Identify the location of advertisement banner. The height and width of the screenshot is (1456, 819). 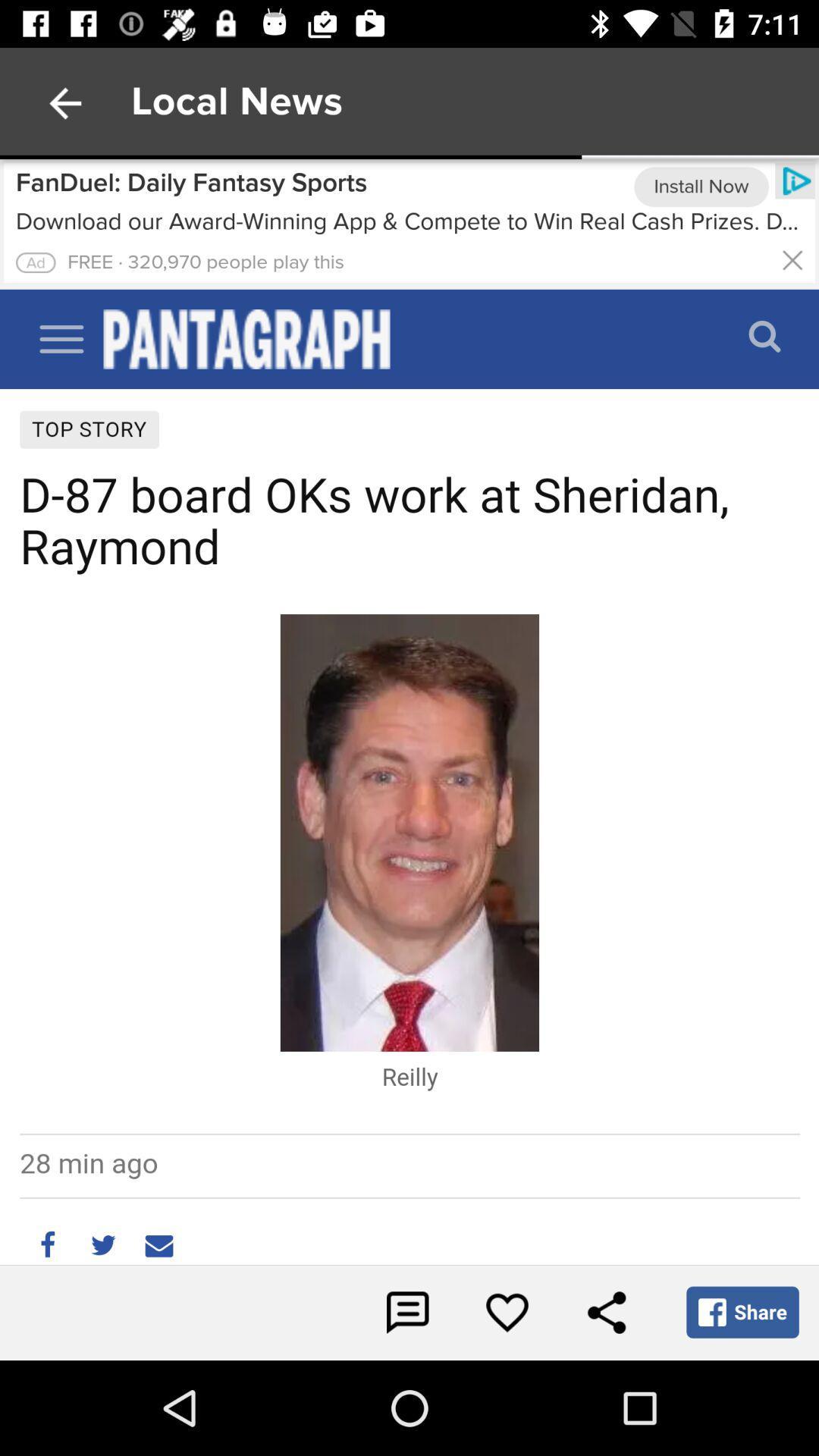
(409, 223).